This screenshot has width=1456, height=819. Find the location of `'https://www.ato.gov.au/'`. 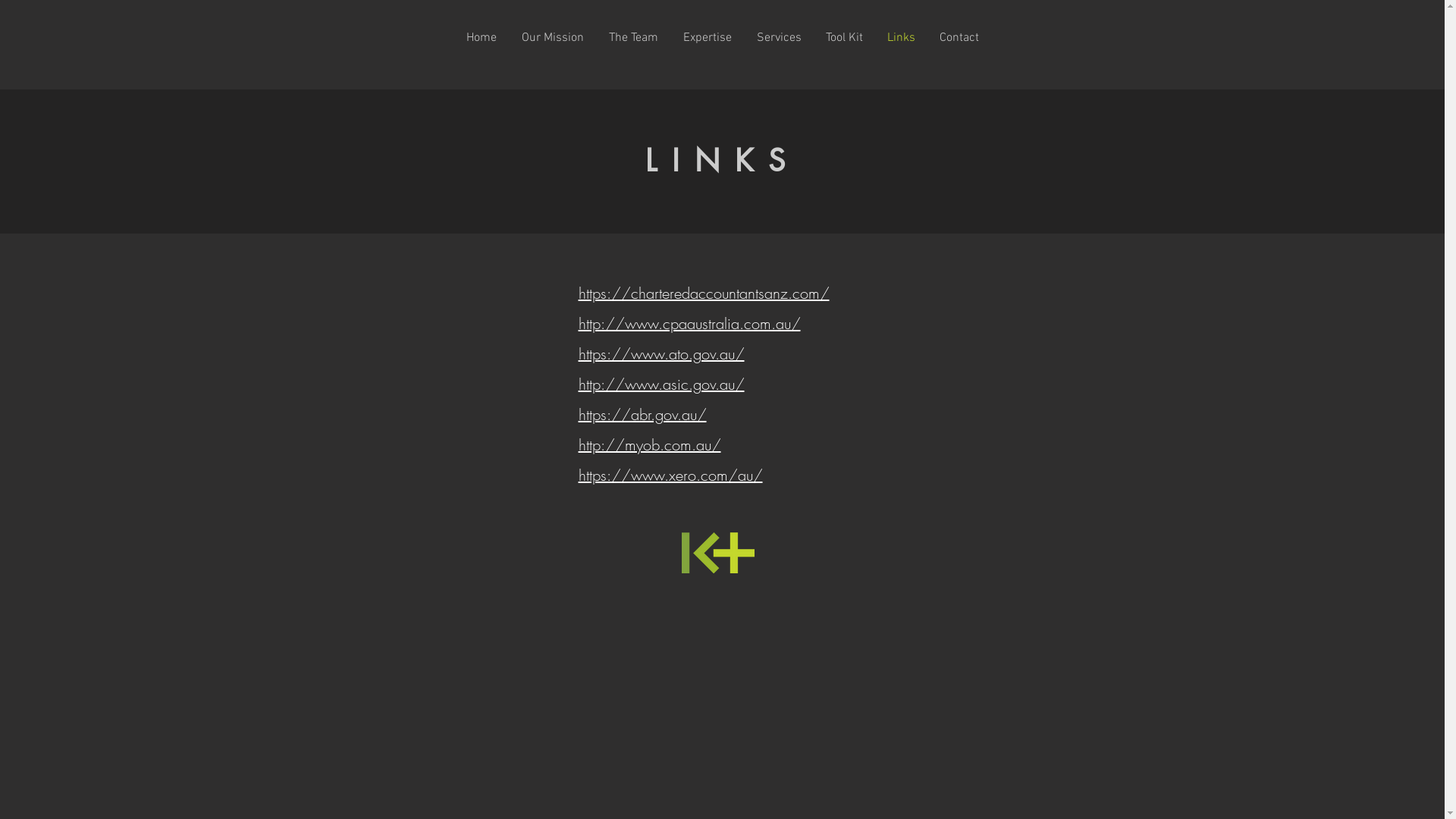

'https://www.ato.gov.au/' is located at coordinates (661, 353).